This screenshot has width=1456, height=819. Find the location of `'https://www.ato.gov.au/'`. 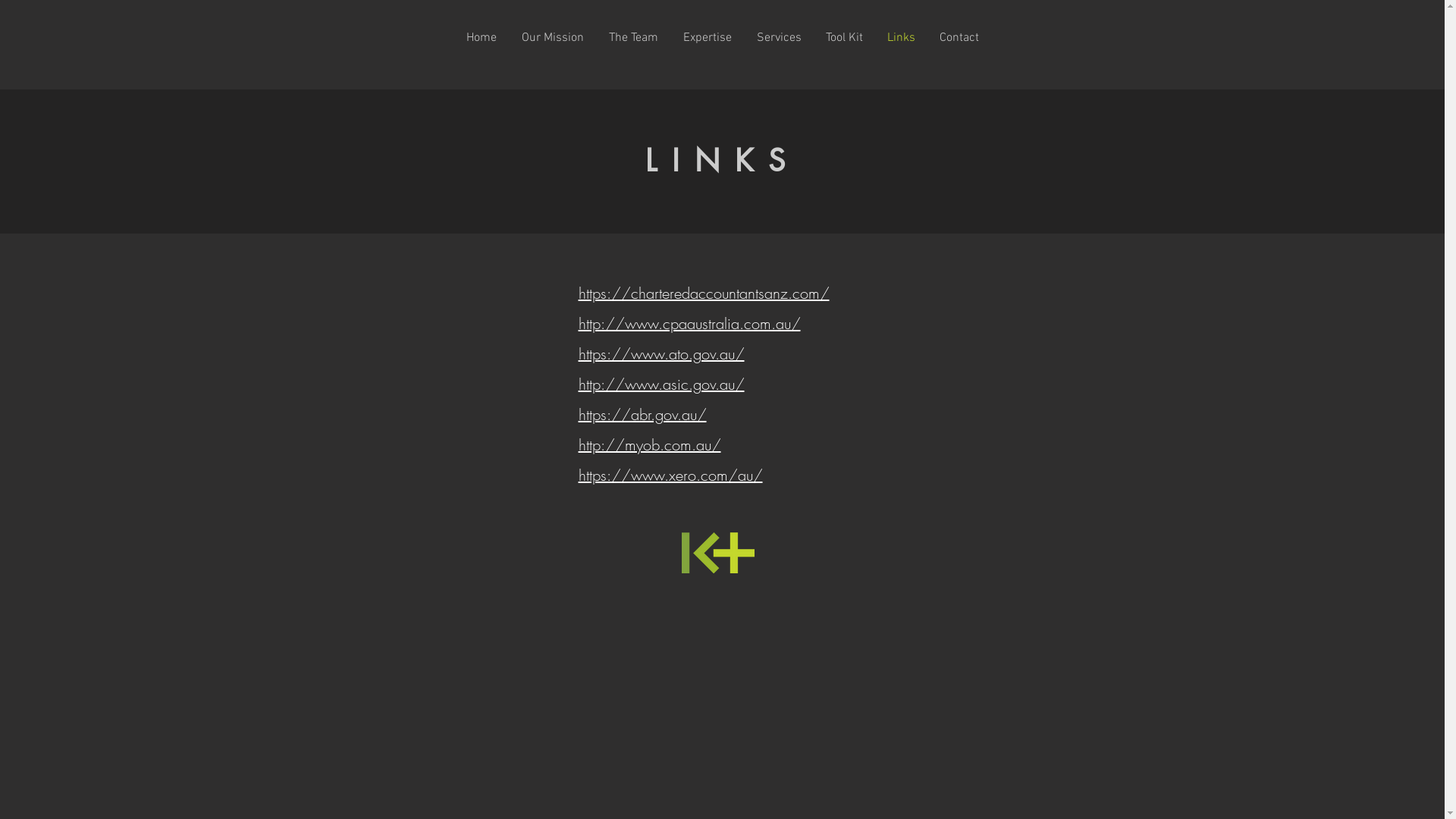

'https://www.ato.gov.au/' is located at coordinates (661, 353).